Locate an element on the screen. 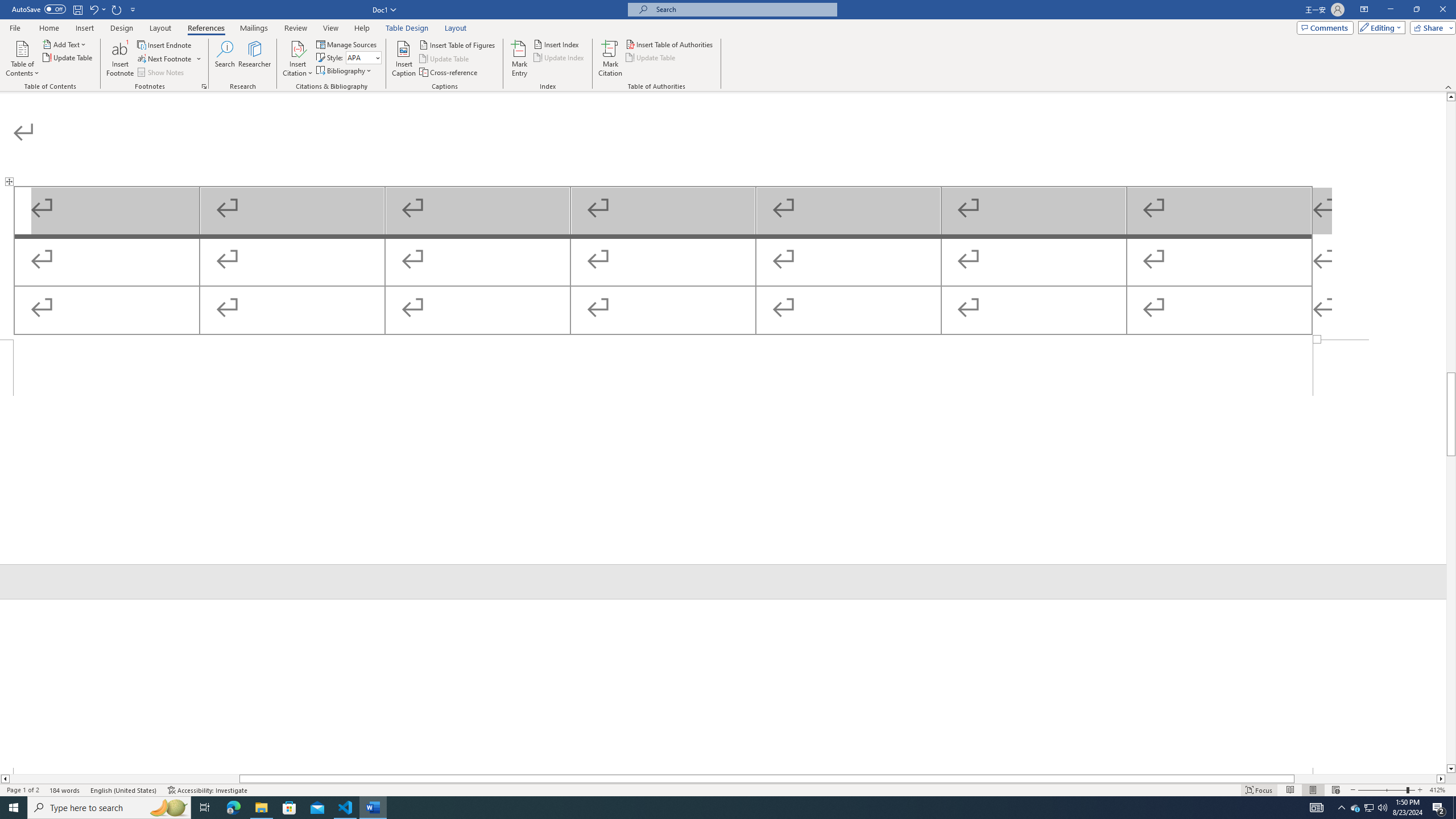 The image size is (1456, 819). 'Insert Citation' is located at coordinates (297, 59).